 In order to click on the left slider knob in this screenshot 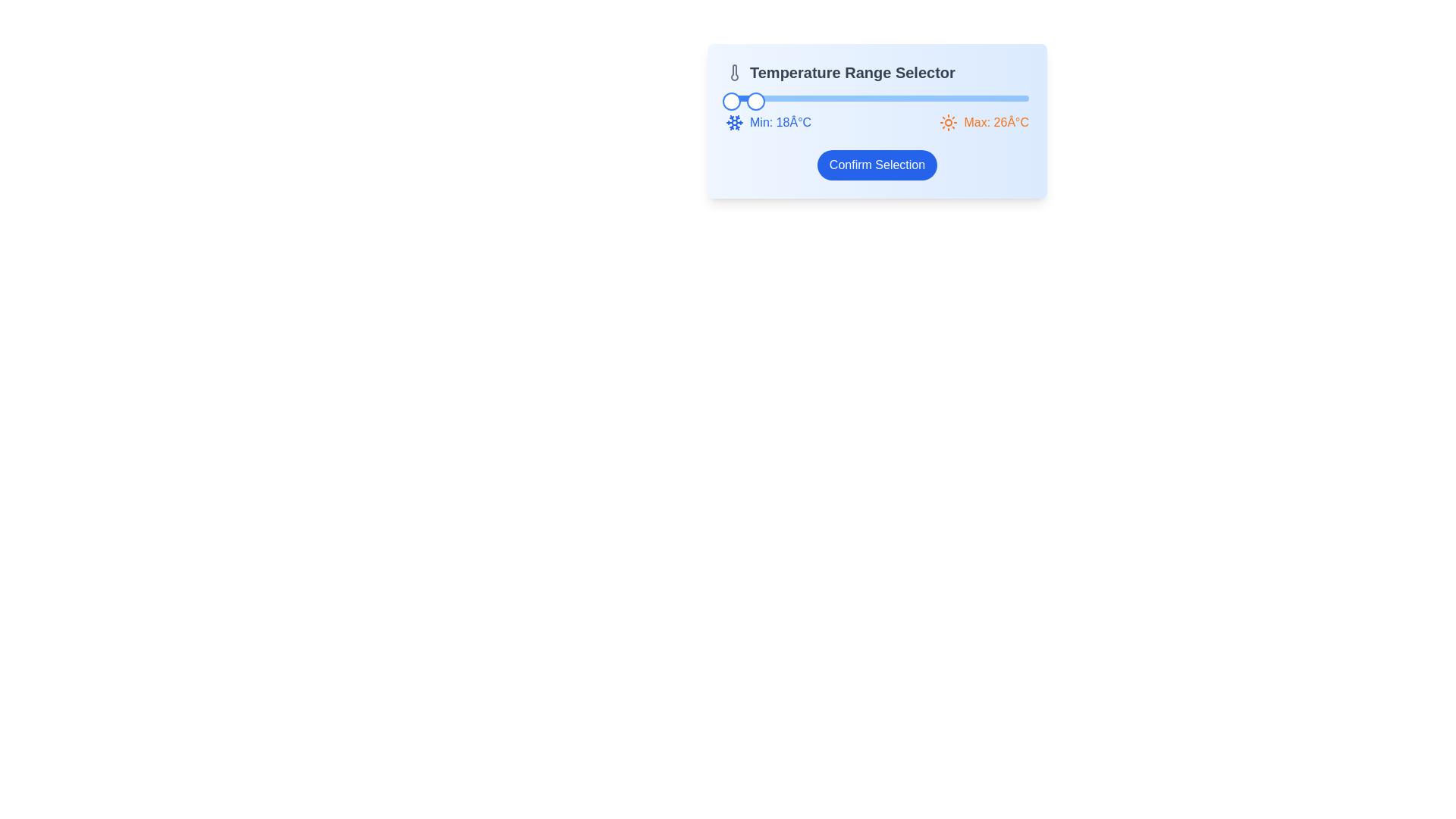, I will do `click(789, 102)`.